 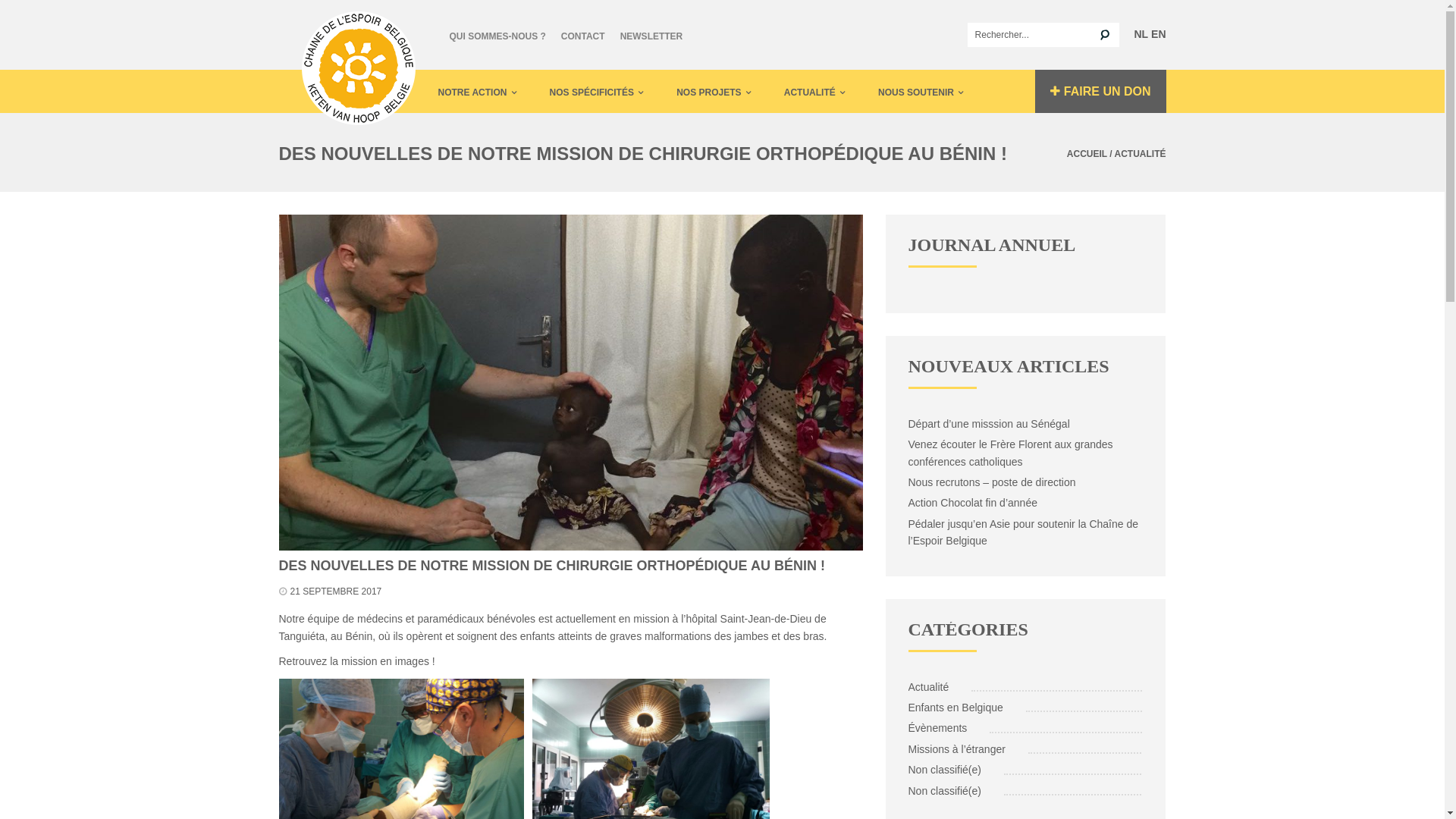 What do you see at coordinates (1141, 34) in the screenshot?
I see `'NL'` at bounding box center [1141, 34].